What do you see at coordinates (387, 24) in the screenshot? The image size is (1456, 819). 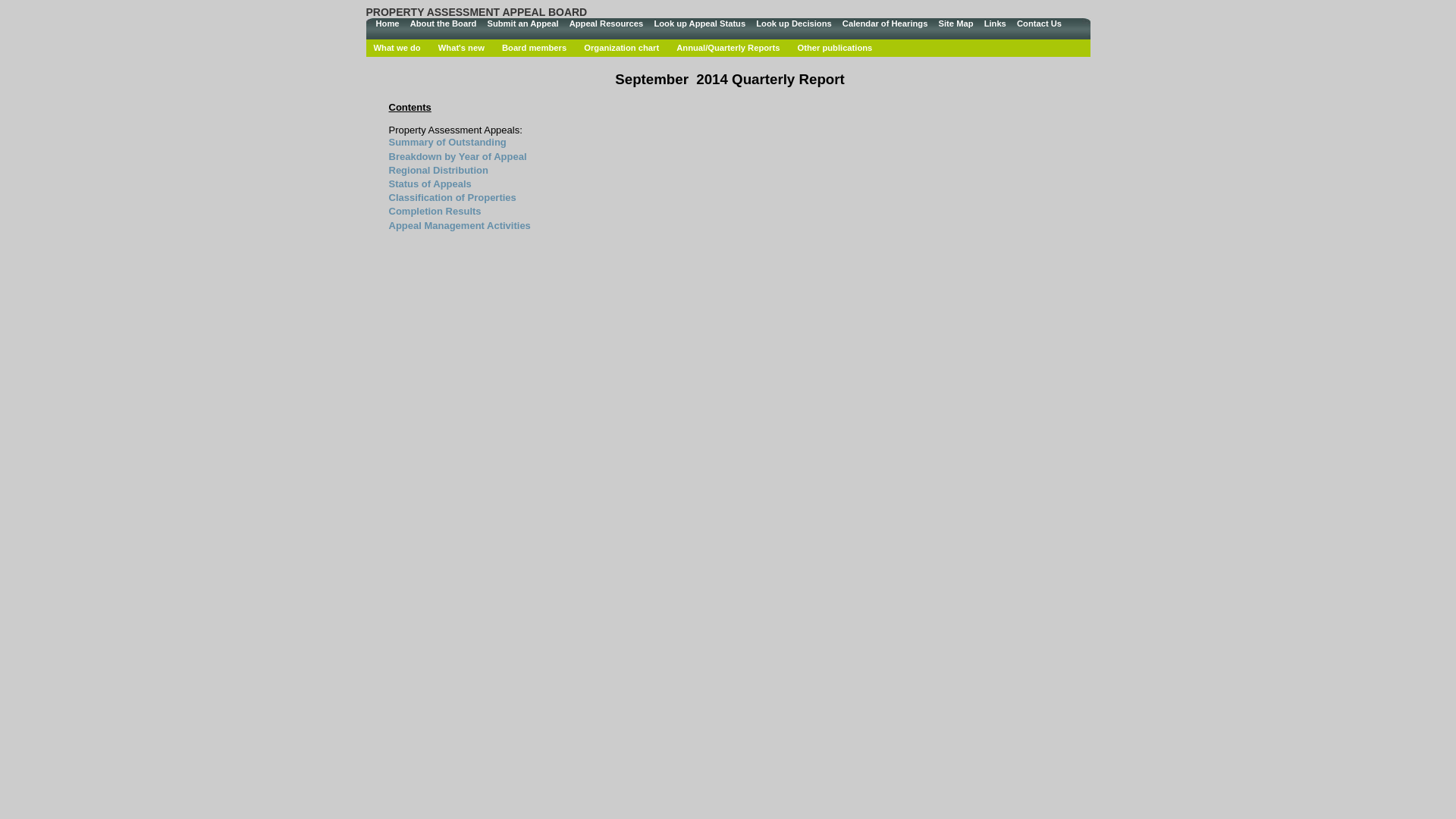 I see `'Home'` at bounding box center [387, 24].